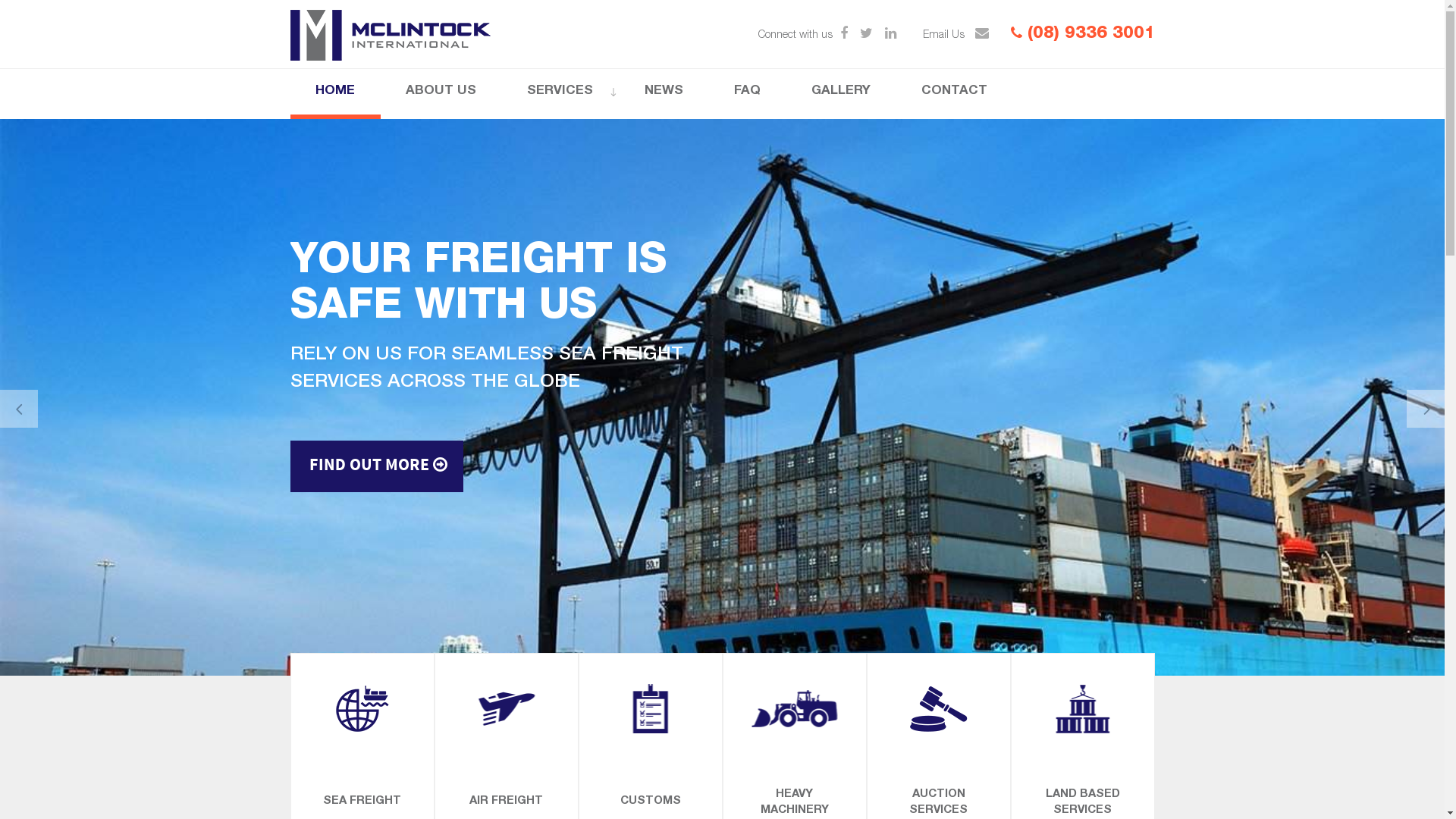  I want to click on '(08) 9336 3001', so click(1081, 34).